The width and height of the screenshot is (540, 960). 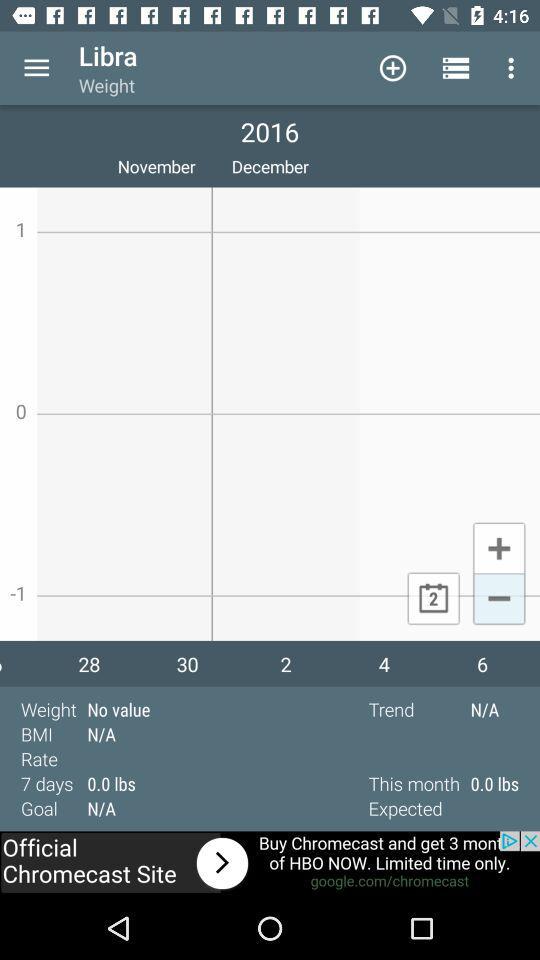 I want to click on the add icon, so click(x=498, y=547).